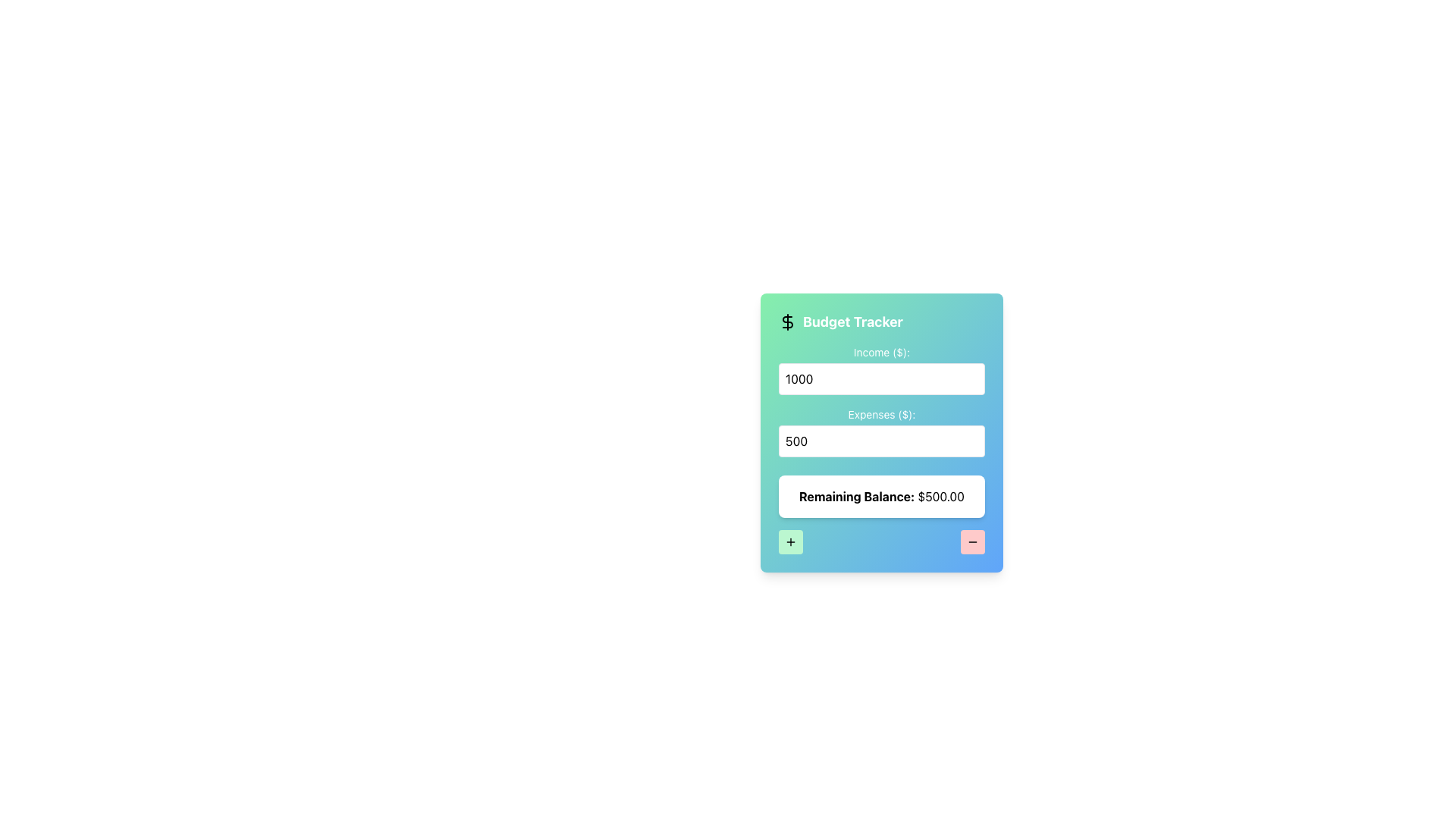 The image size is (1456, 819). What do you see at coordinates (857, 497) in the screenshot?
I see `text label displaying 'Remaining Balance:' which is styled with a bold font and is positioned to the left of the balance amount '$500.00'` at bounding box center [857, 497].